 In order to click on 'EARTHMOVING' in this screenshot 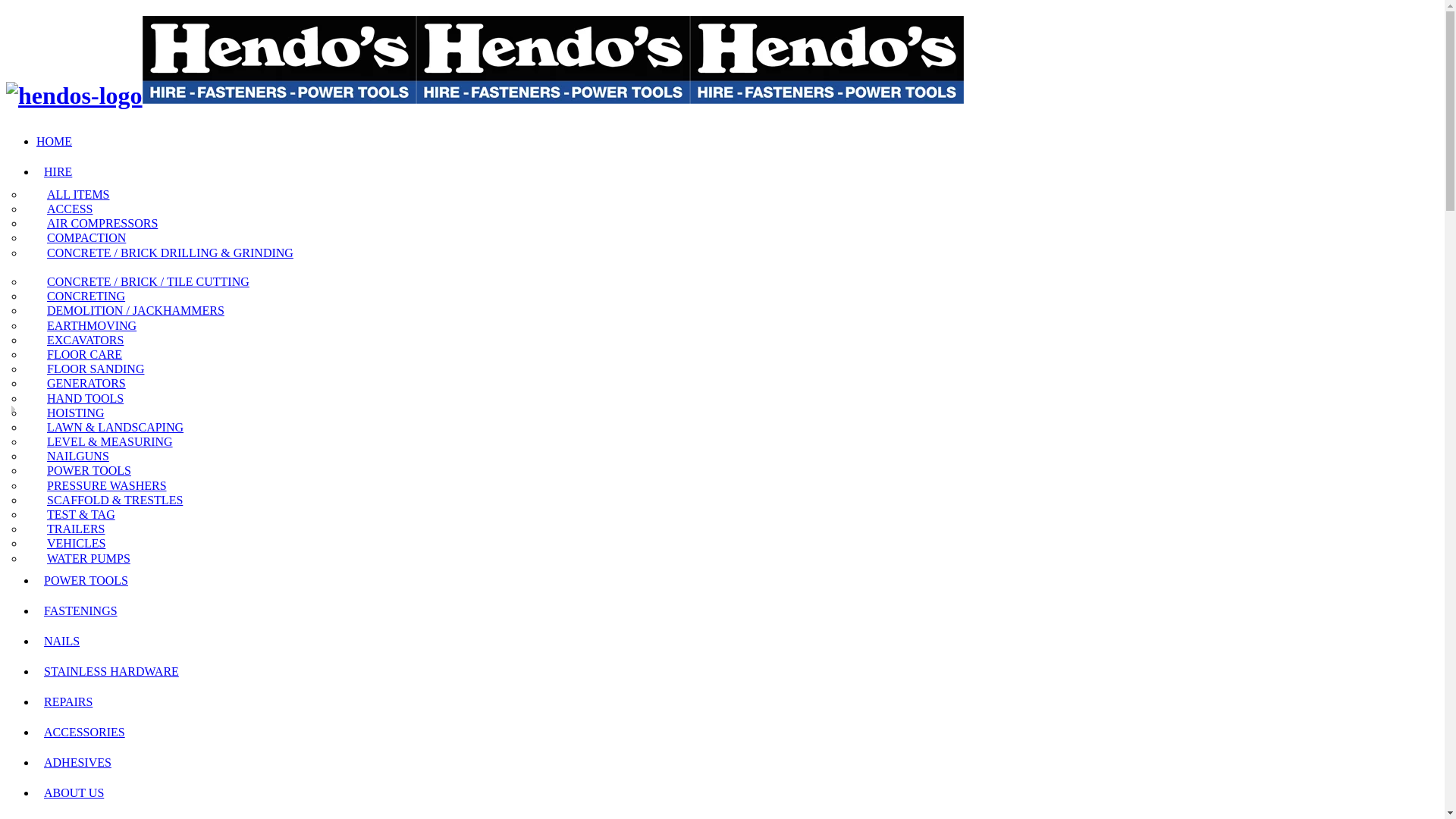, I will do `click(24, 325)`.